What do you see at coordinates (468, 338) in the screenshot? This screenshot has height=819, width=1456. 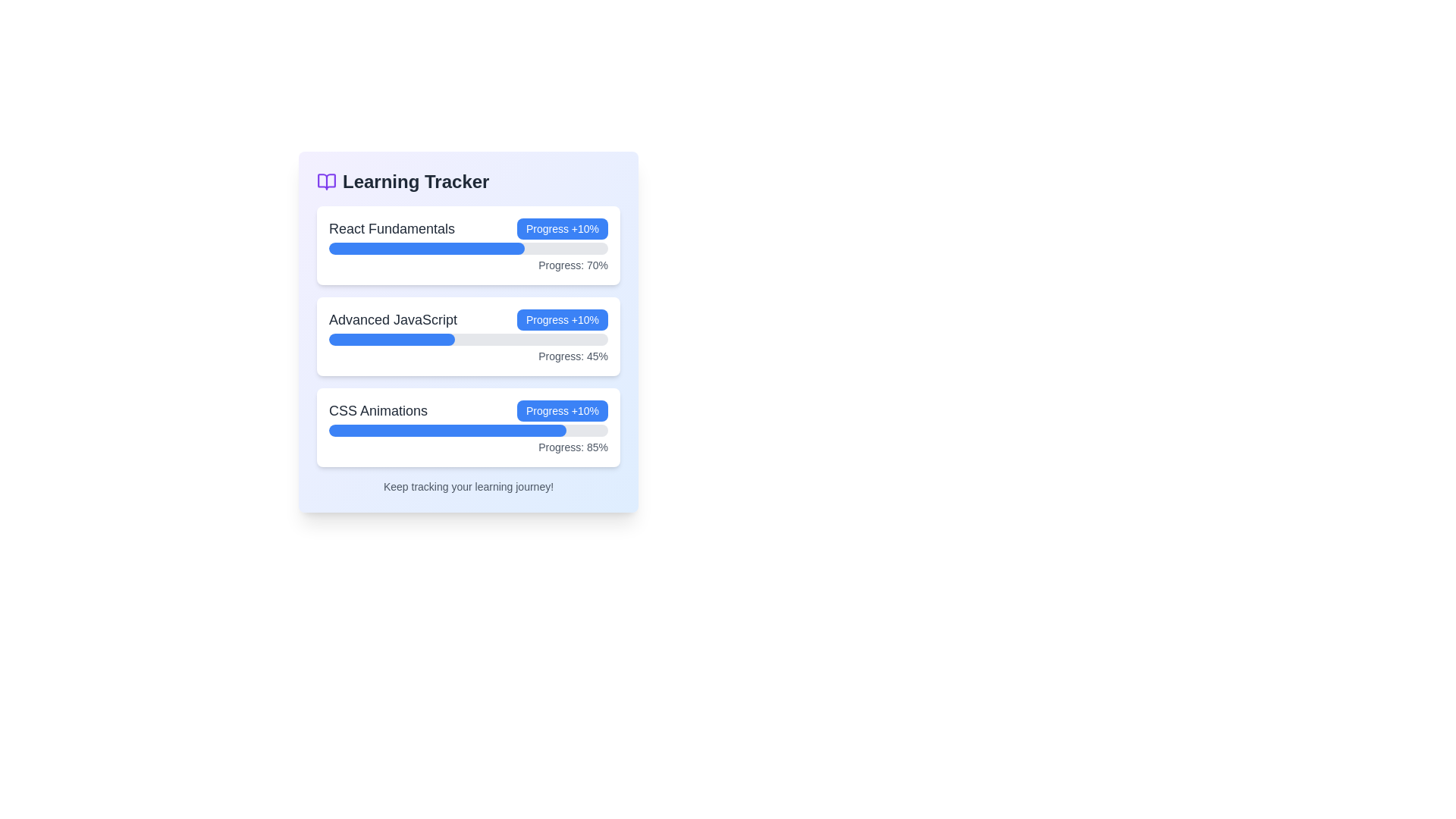 I see `the horizontal progress bar indicating 45% progress, located below the 'Advanced JavaScript' header and above the 'Progress: 45%' text` at bounding box center [468, 338].